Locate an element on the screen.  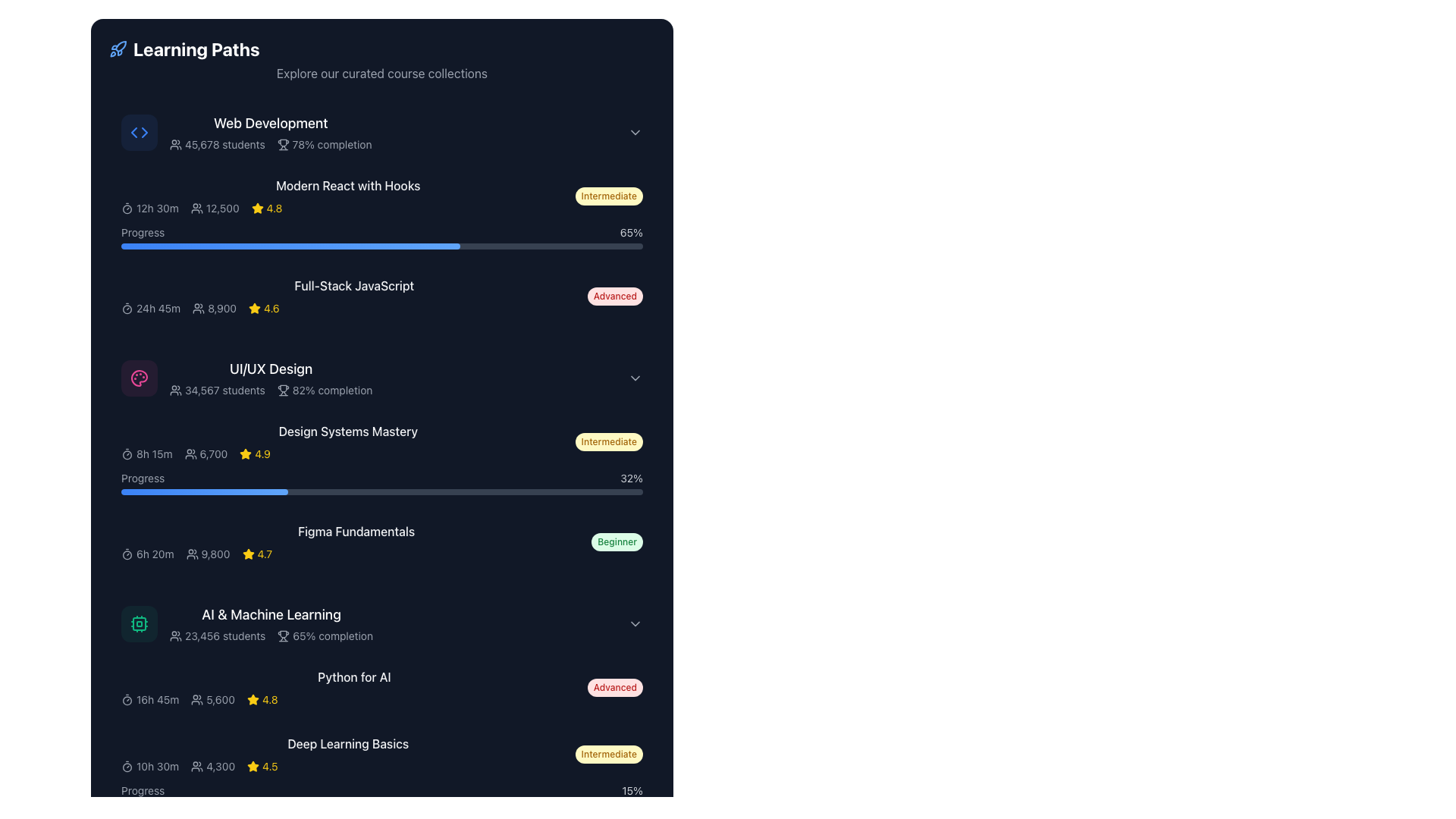
'Intermediate' label from the badge with a yellow background and rounded corners positioned at the bottom-right corner of the 'Deep Learning Basics' section is located at coordinates (609, 755).